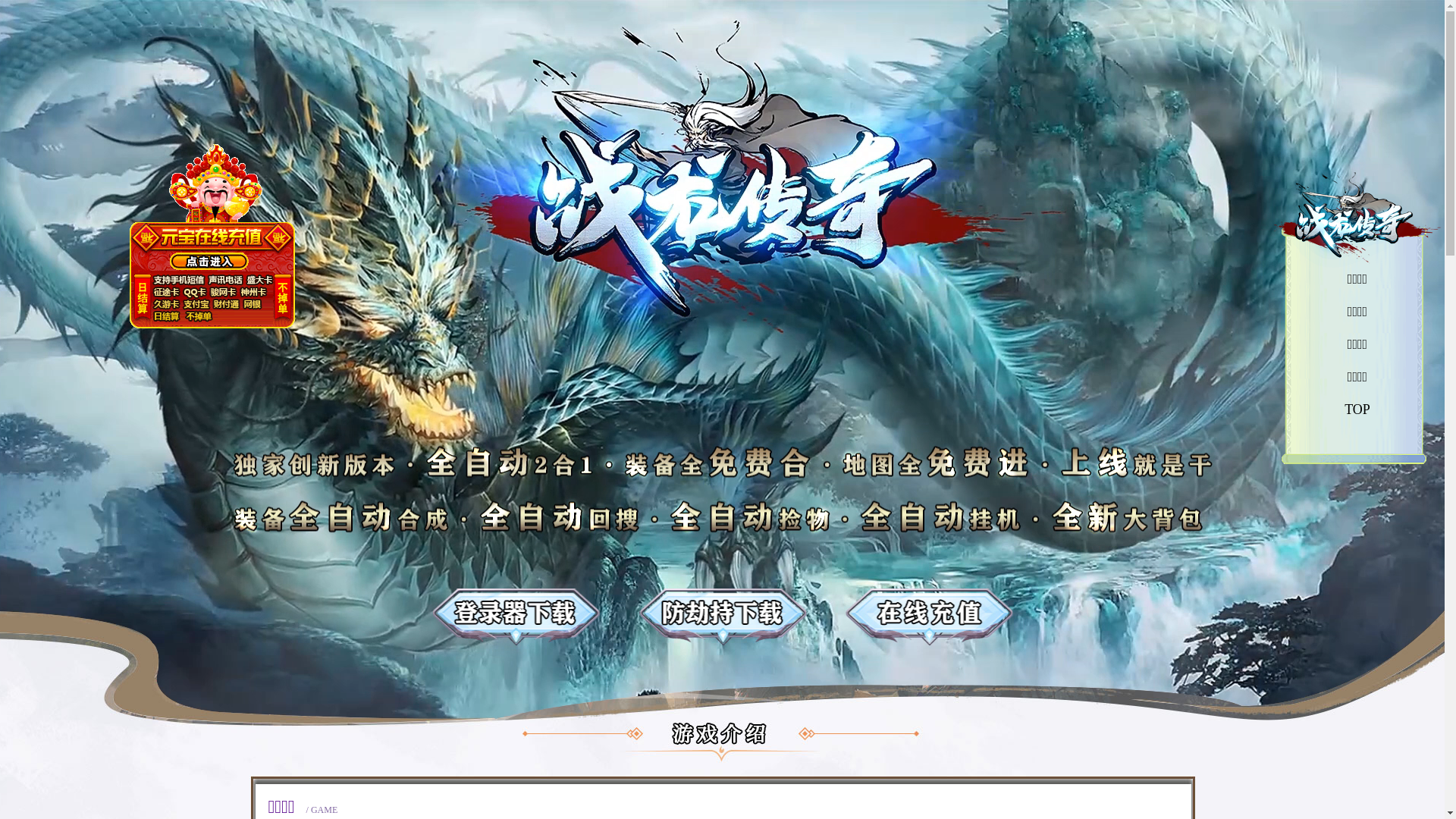 The image size is (1456, 819). Describe the element at coordinates (1357, 409) in the screenshot. I see `'TOP'` at that location.